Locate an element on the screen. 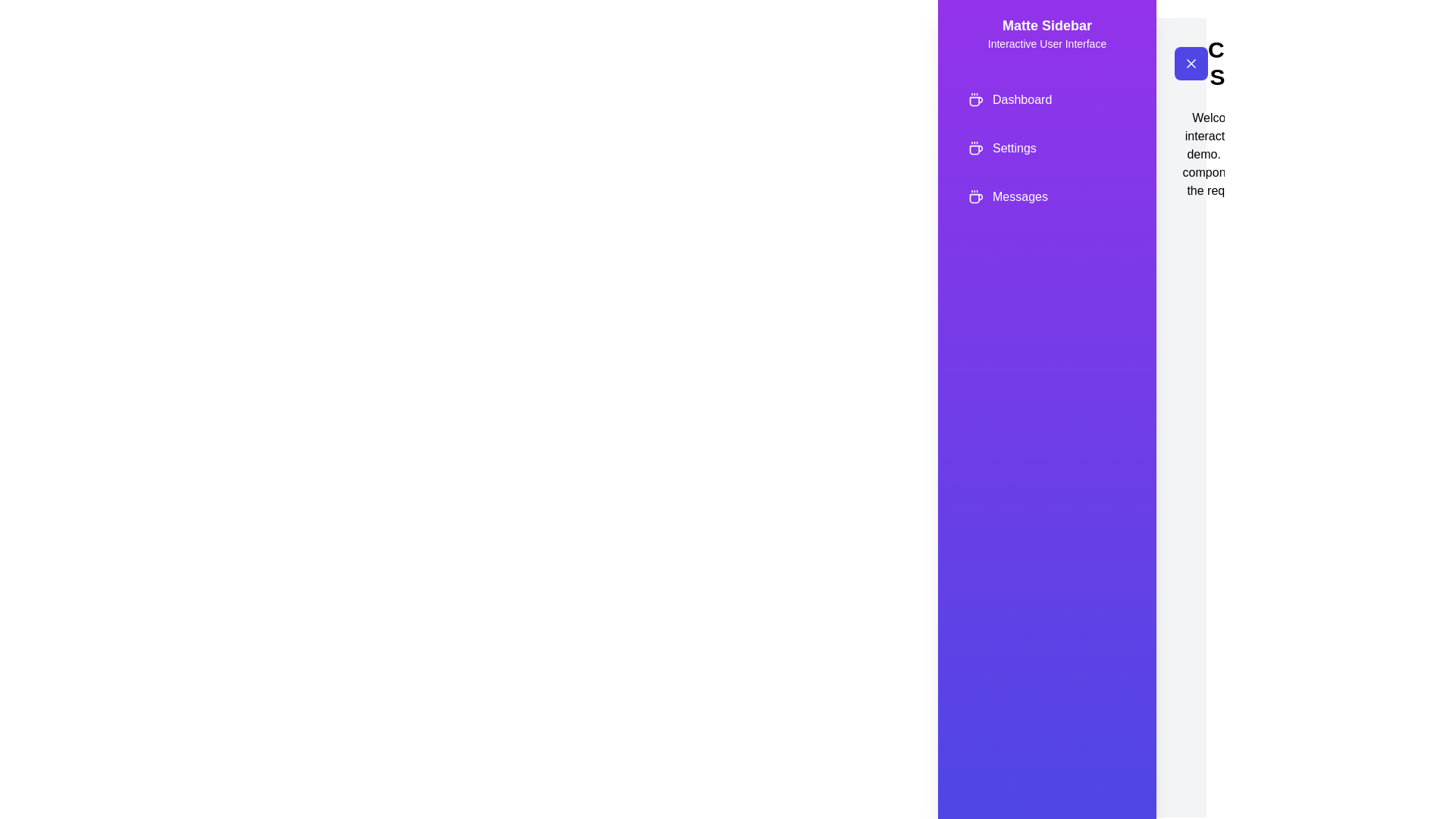 This screenshot has width=1456, height=819. the coffee cup icon with a modern line-art design located to the left of the 'Settings' text in the vertical sidebar is located at coordinates (975, 149).